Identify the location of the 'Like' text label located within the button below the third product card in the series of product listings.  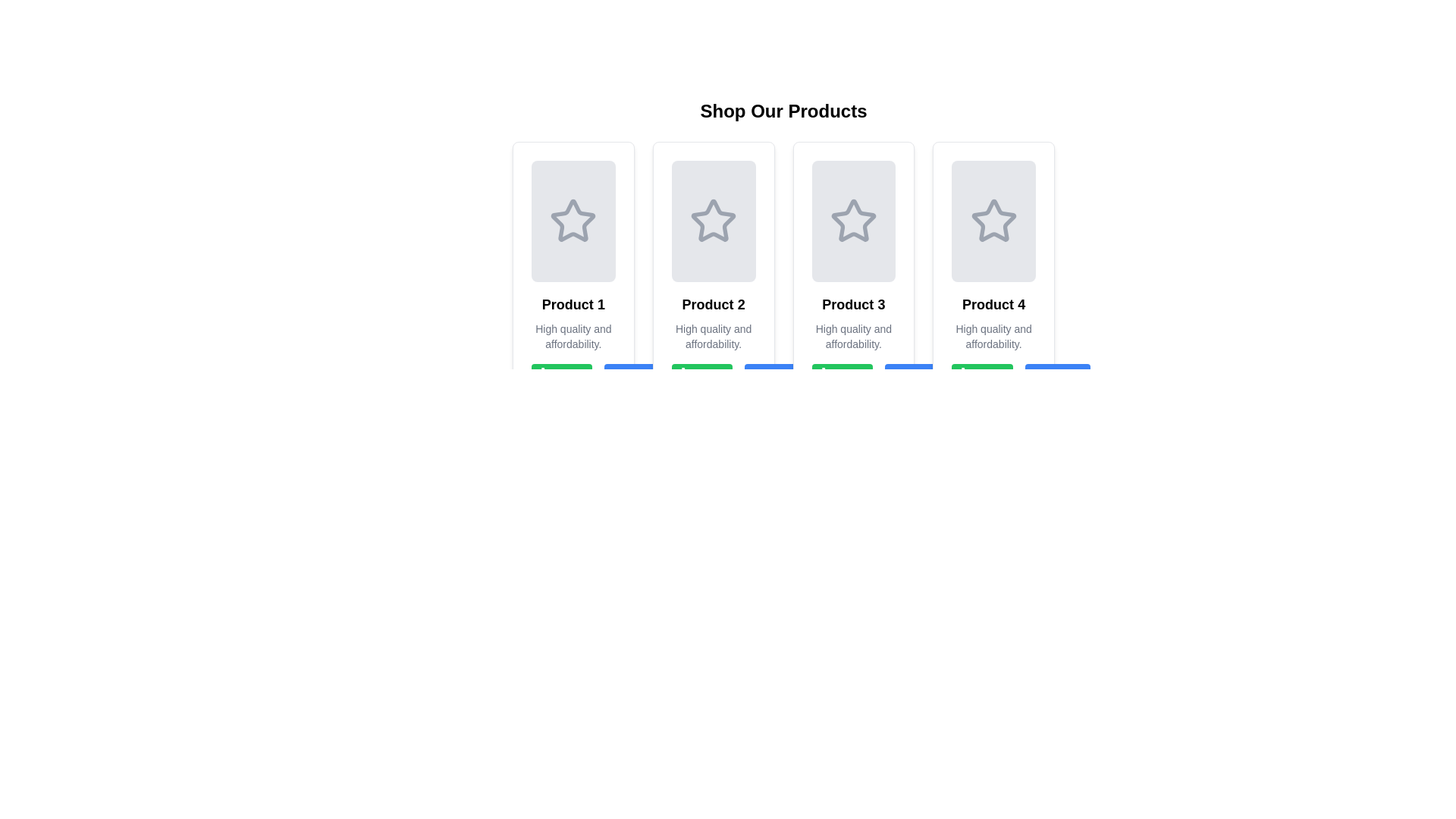
(863, 375).